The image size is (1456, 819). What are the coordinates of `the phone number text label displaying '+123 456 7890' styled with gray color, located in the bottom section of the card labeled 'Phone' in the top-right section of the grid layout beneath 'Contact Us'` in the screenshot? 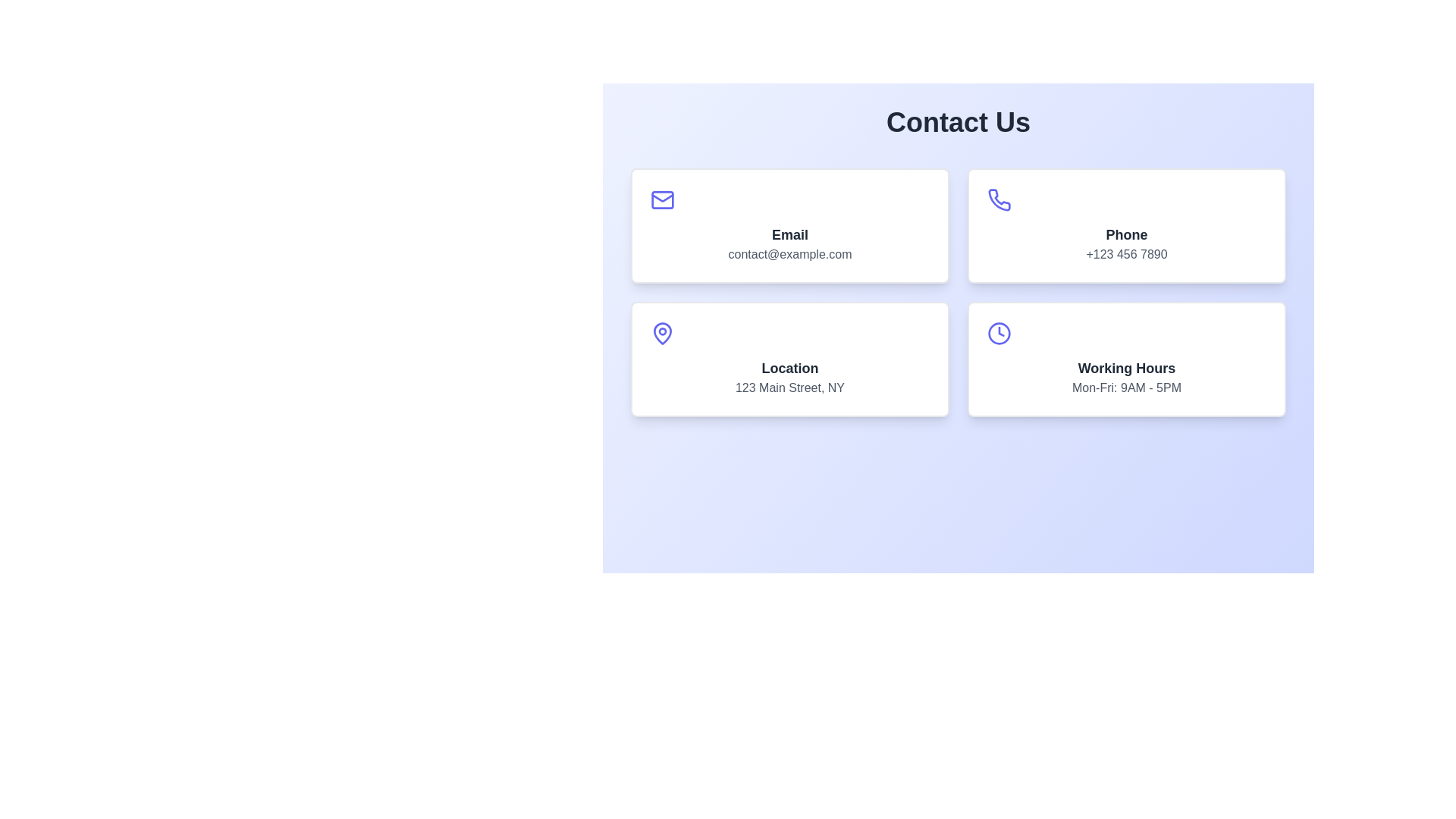 It's located at (1127, 253).